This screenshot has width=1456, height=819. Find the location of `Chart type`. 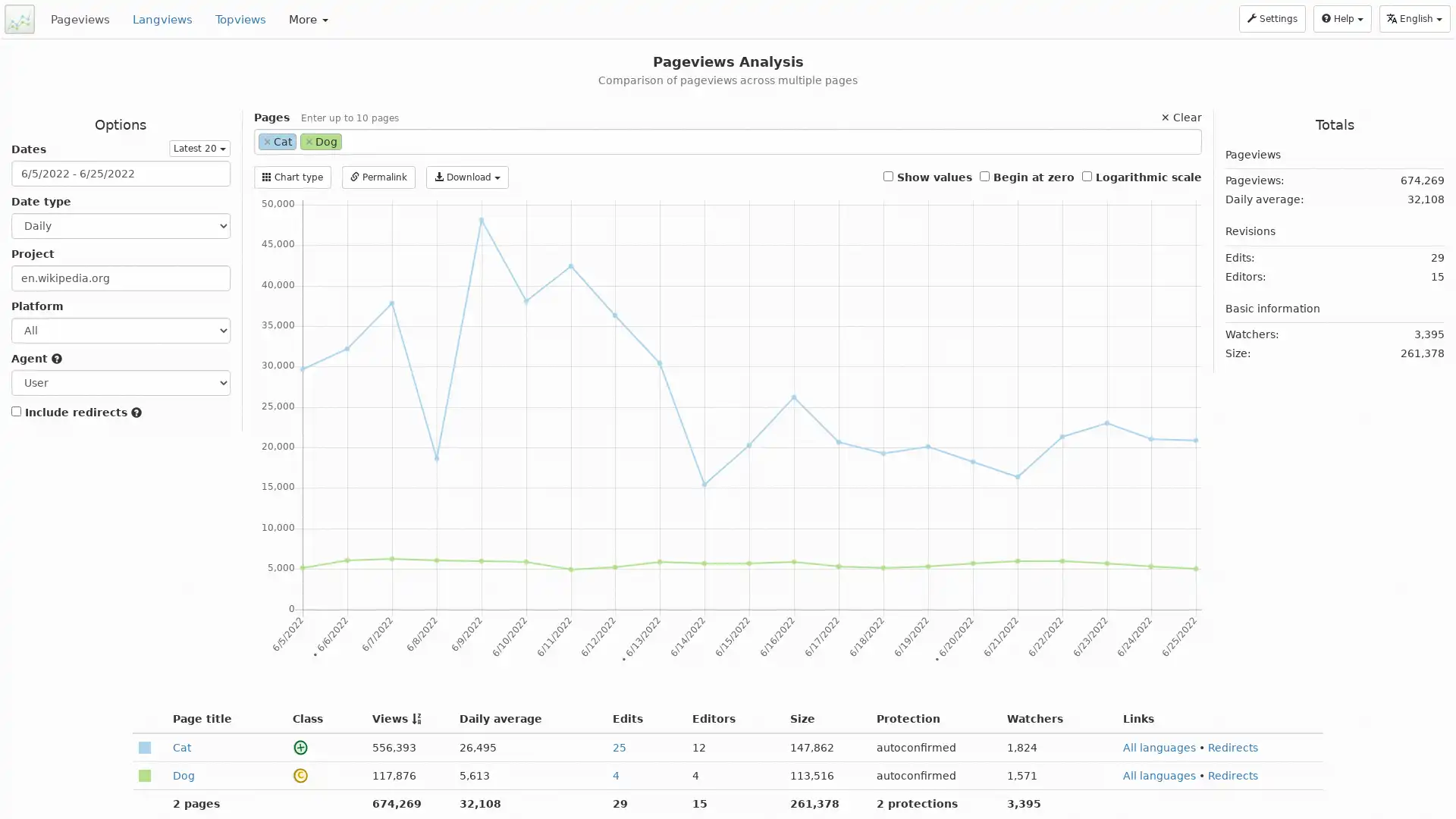

Chart type is located at coordinates (291, 177).